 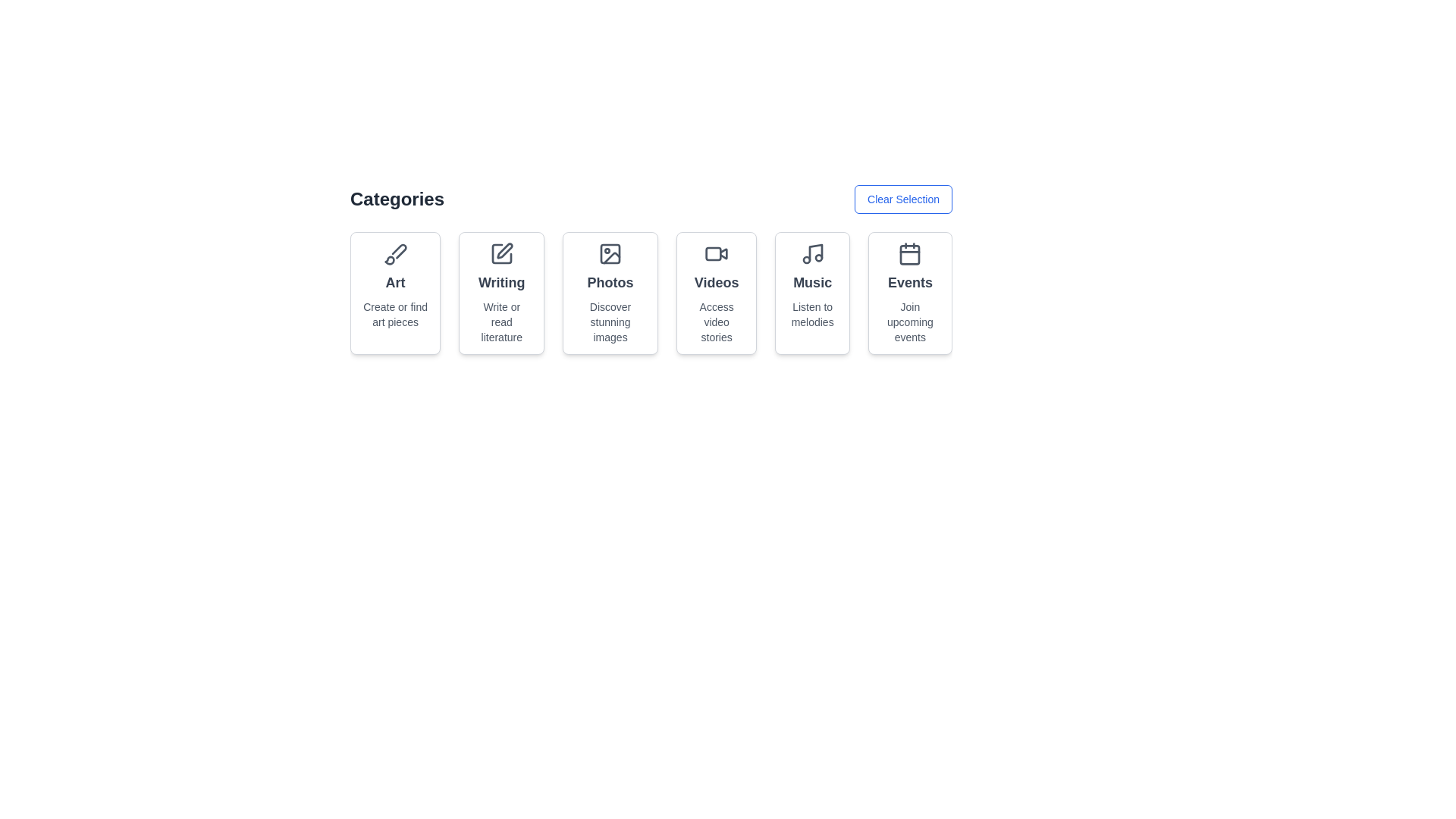 What do you see at coordinates (814, 251) in the screenshot?
I see `the vertical note structure of the music note icon within the 'Music' category card, which is the third card from the left` at bounding box center [814, 251].